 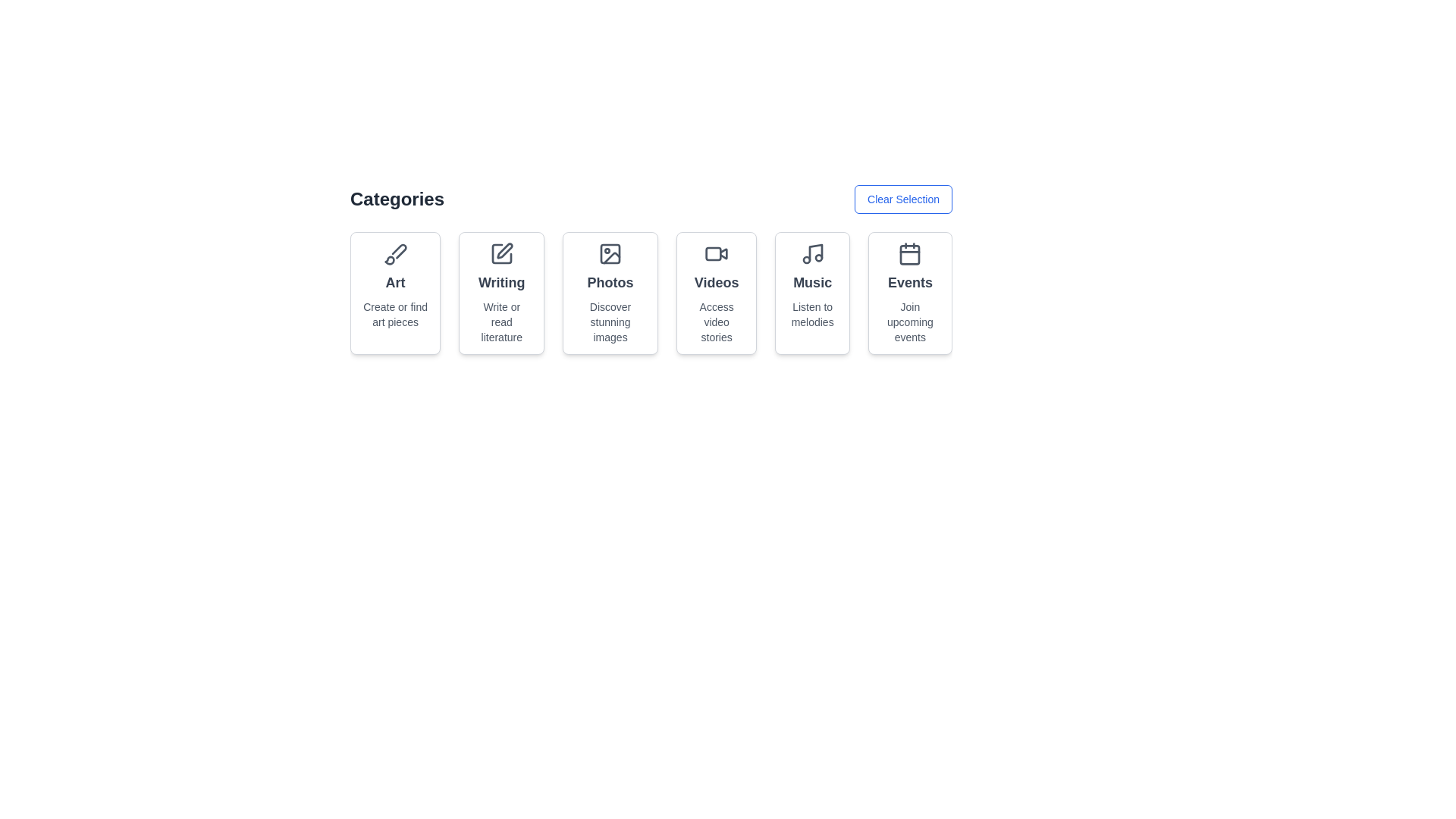 What do you see at coordinates (814, 251) in the screenshot?
I see `the vertical note structure of the music note icon within the 'Music' category card, which is the third card from the left` at bounding box center [814, 251].